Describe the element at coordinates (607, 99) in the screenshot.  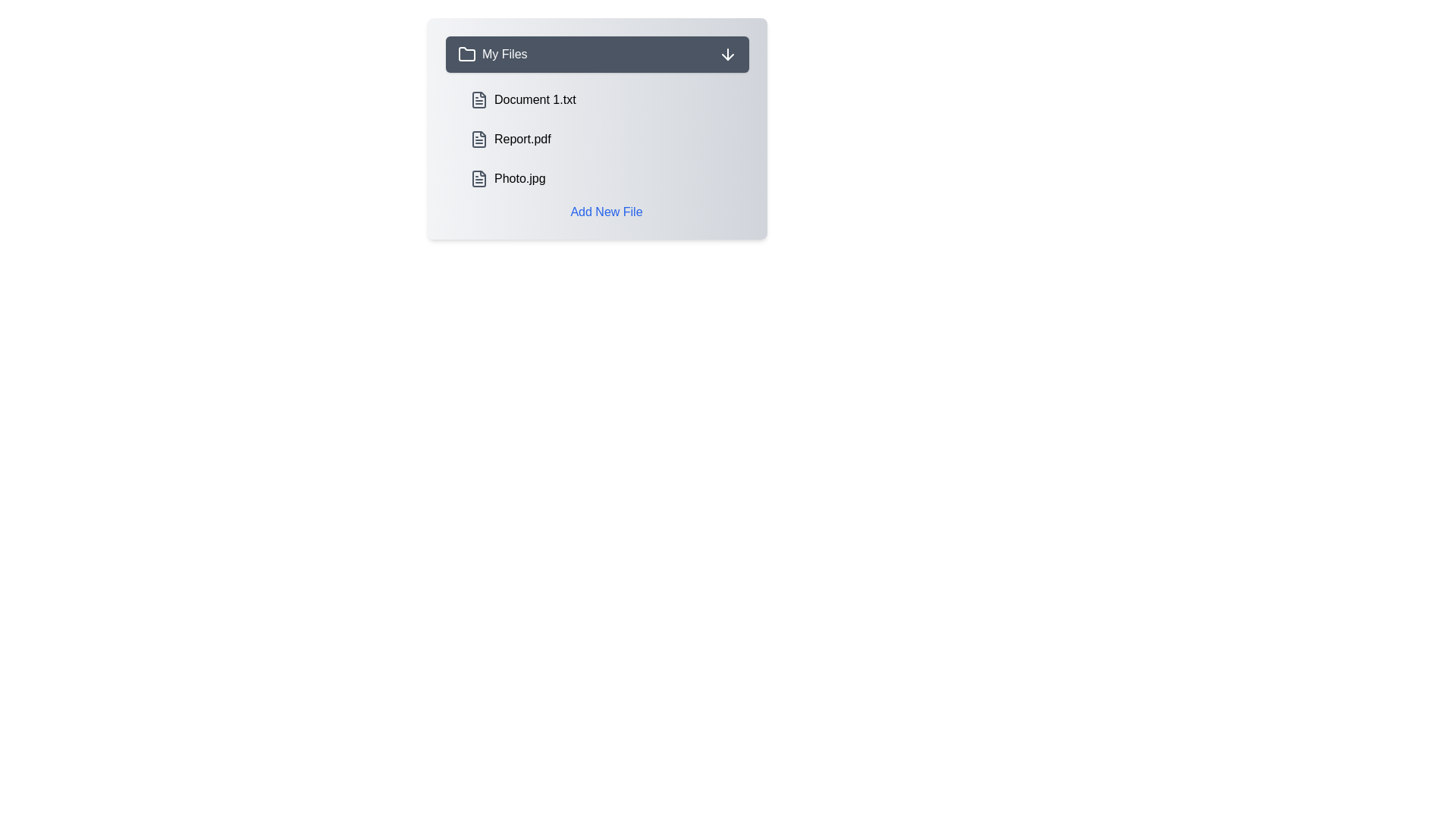
I see `the file named Document 1.txt to highlight it` at that location.